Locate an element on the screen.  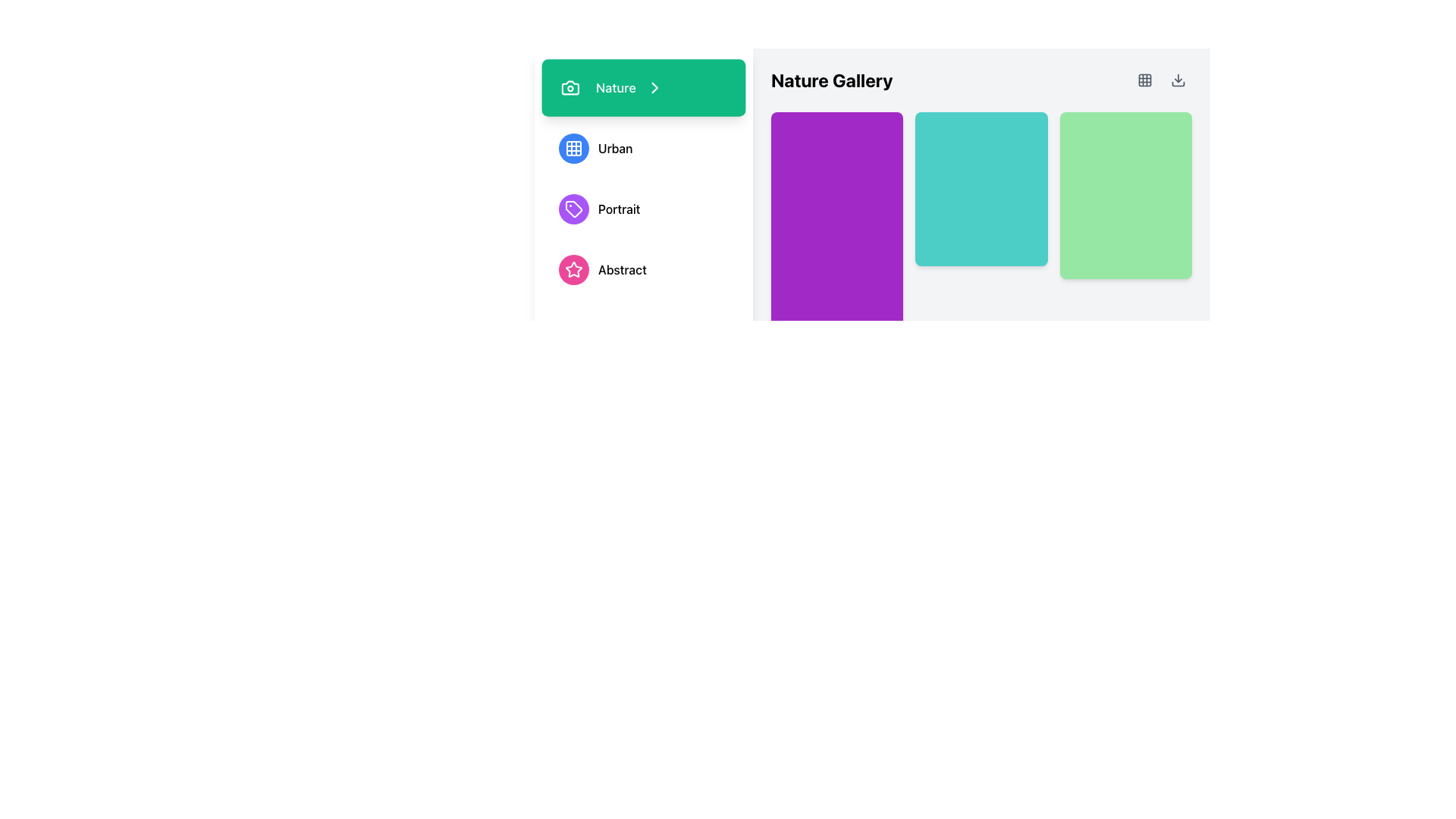
the bold header text 'Nature Gallery' located at the top of the interface by moving the cursor to its center point is located at coordinates (831, 80).